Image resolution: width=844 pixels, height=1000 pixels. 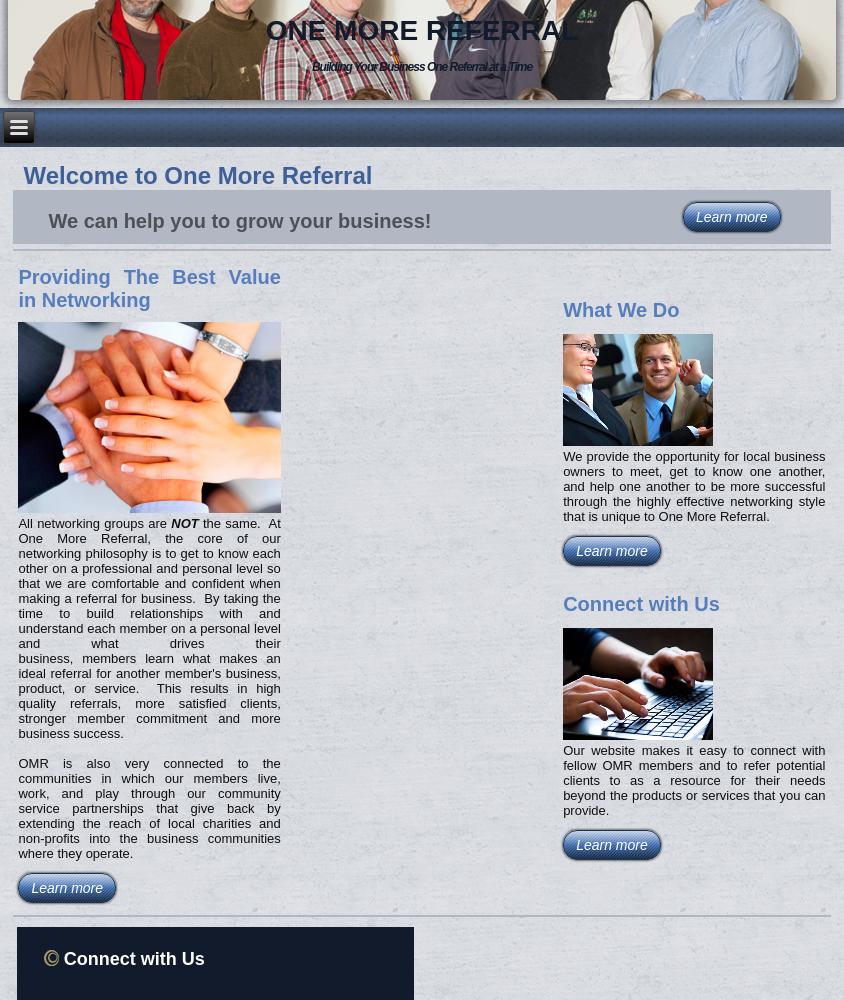 What do you see at coordinates (238, 220) in the screenshot?
I see `'We can help you to grow your business!'` at bounding box center [238, 220].